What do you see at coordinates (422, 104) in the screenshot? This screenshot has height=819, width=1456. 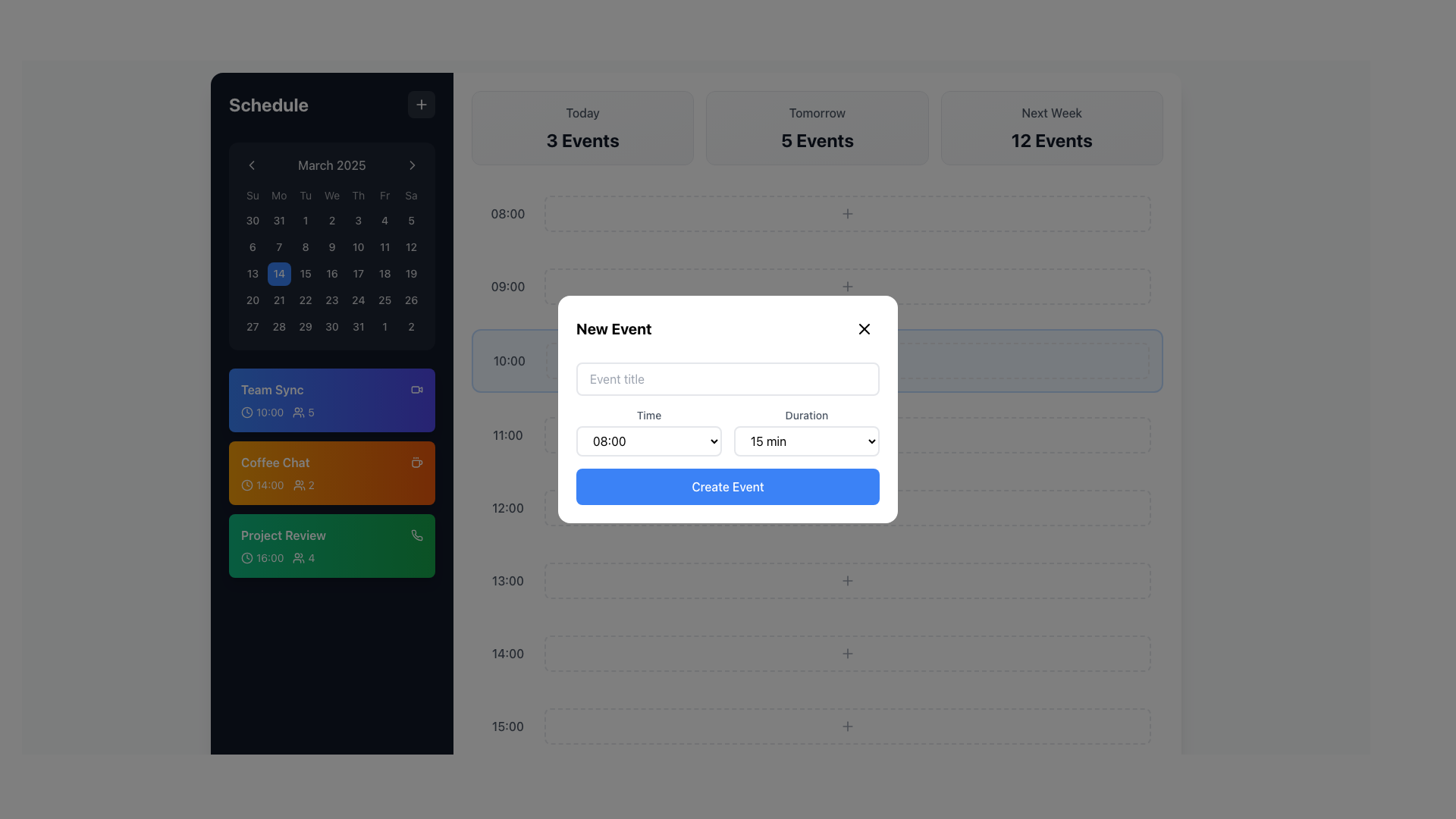 I see `the '+' icon button located on the top-right portion of the vertical navigation bar` at bounding box center [422, 104].